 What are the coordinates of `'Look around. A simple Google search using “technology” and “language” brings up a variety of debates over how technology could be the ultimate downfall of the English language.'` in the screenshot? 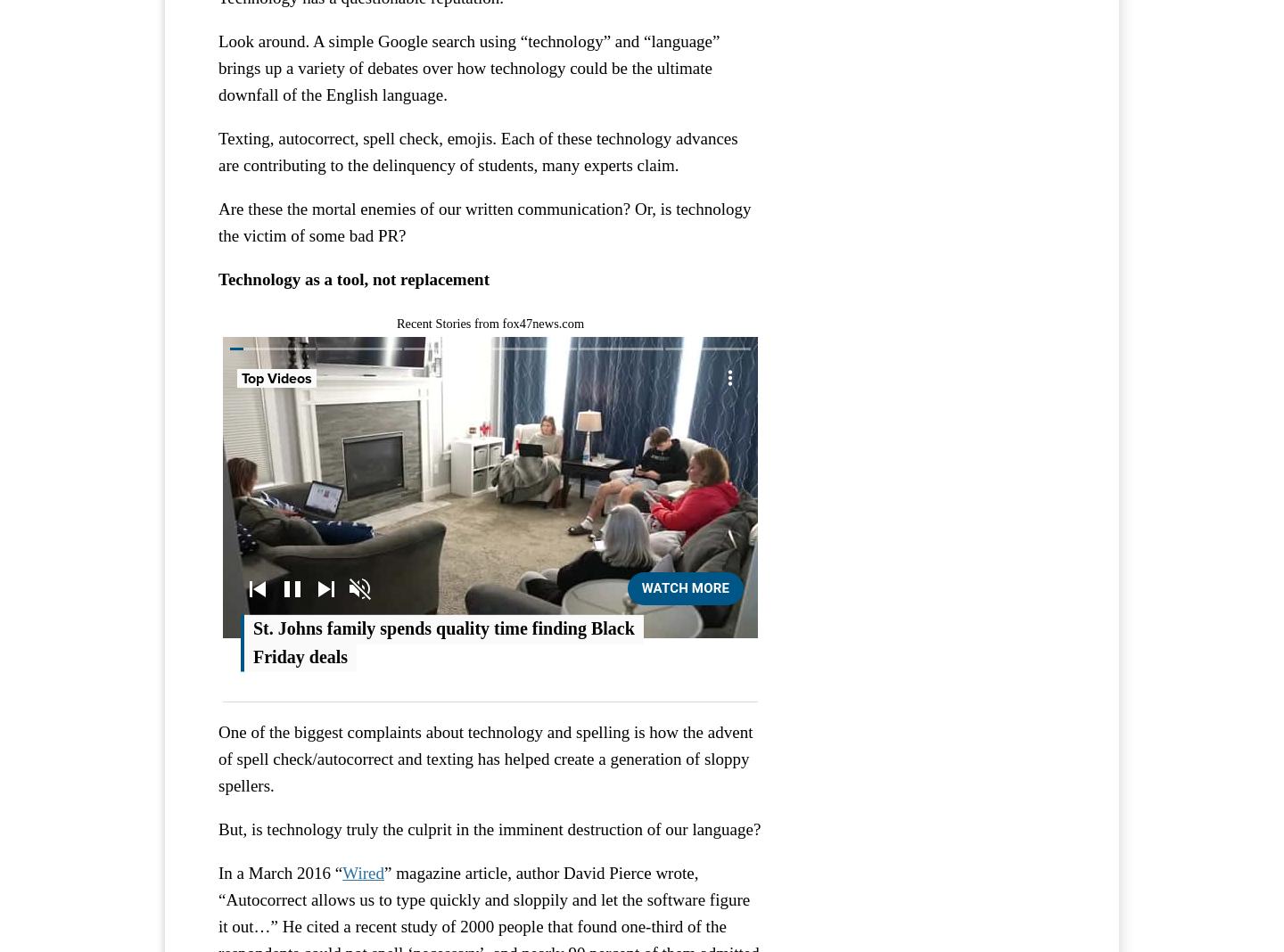 It's located at (217, 67).